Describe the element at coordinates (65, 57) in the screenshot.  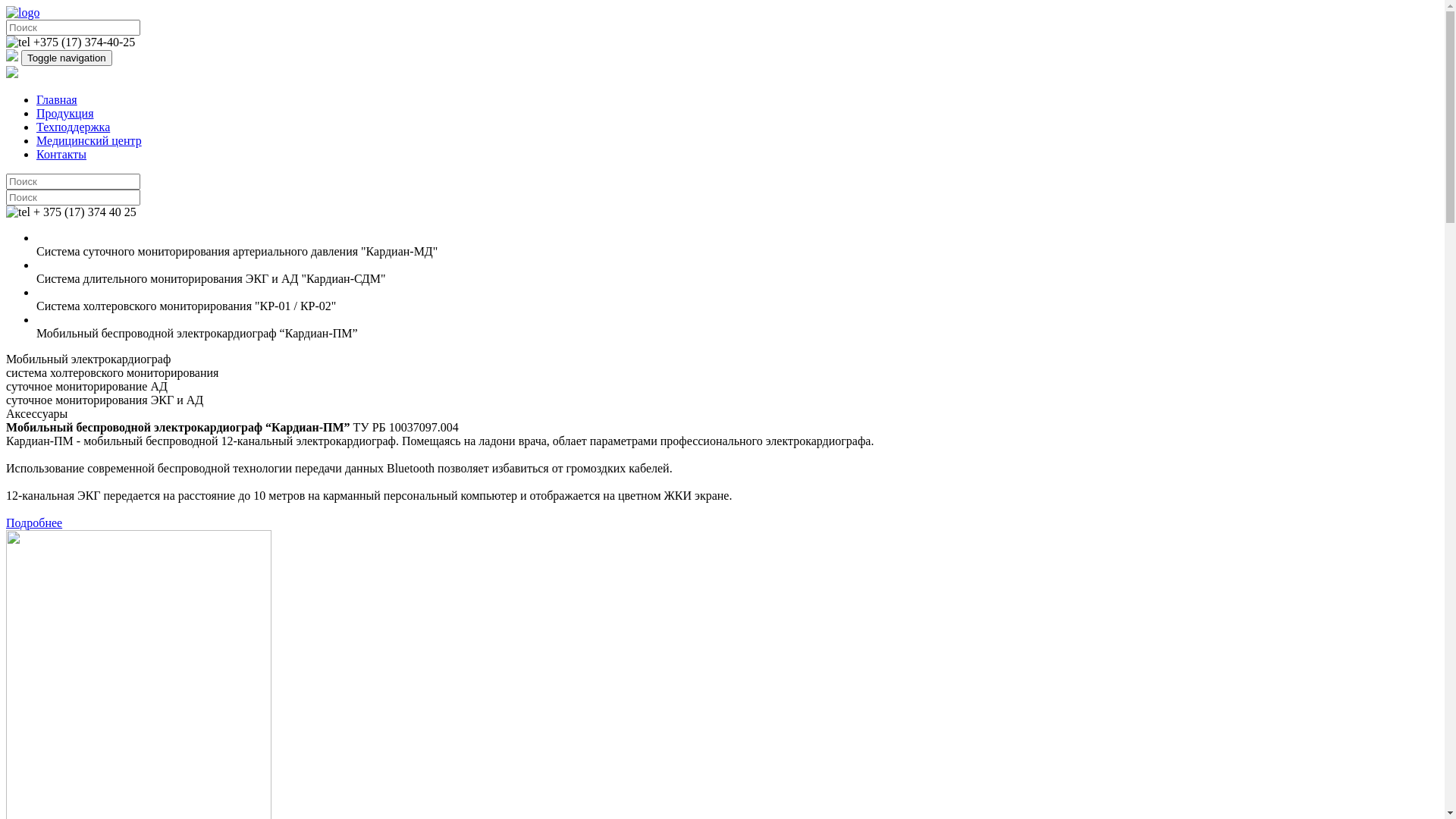
I see `'Toggle navigation'` at that location.